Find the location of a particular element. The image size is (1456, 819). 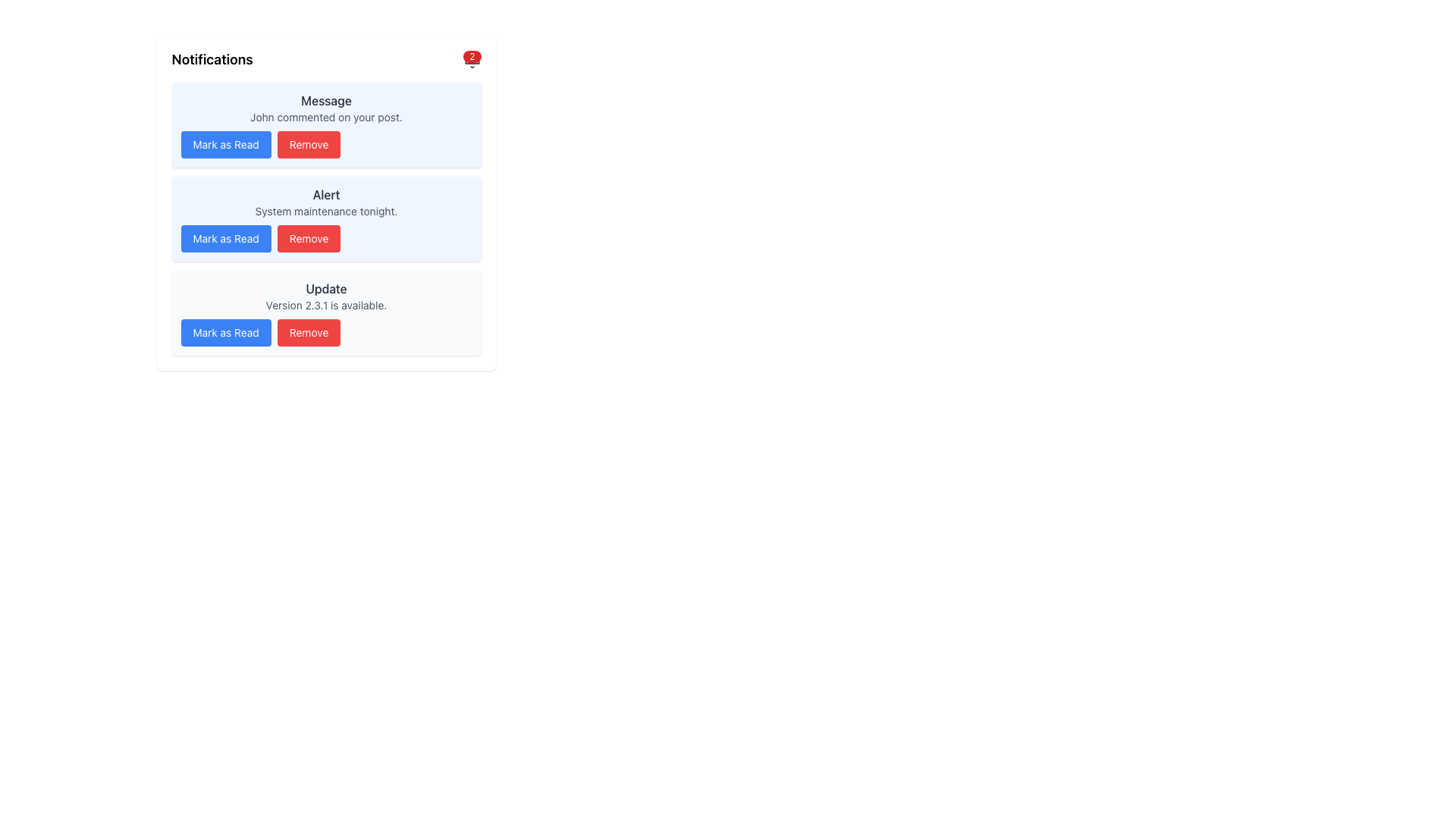

the Text Label informing about the upcoming system maintenance event, located within the second notification card titled 'Alert' is located at coordinates (325, 211).